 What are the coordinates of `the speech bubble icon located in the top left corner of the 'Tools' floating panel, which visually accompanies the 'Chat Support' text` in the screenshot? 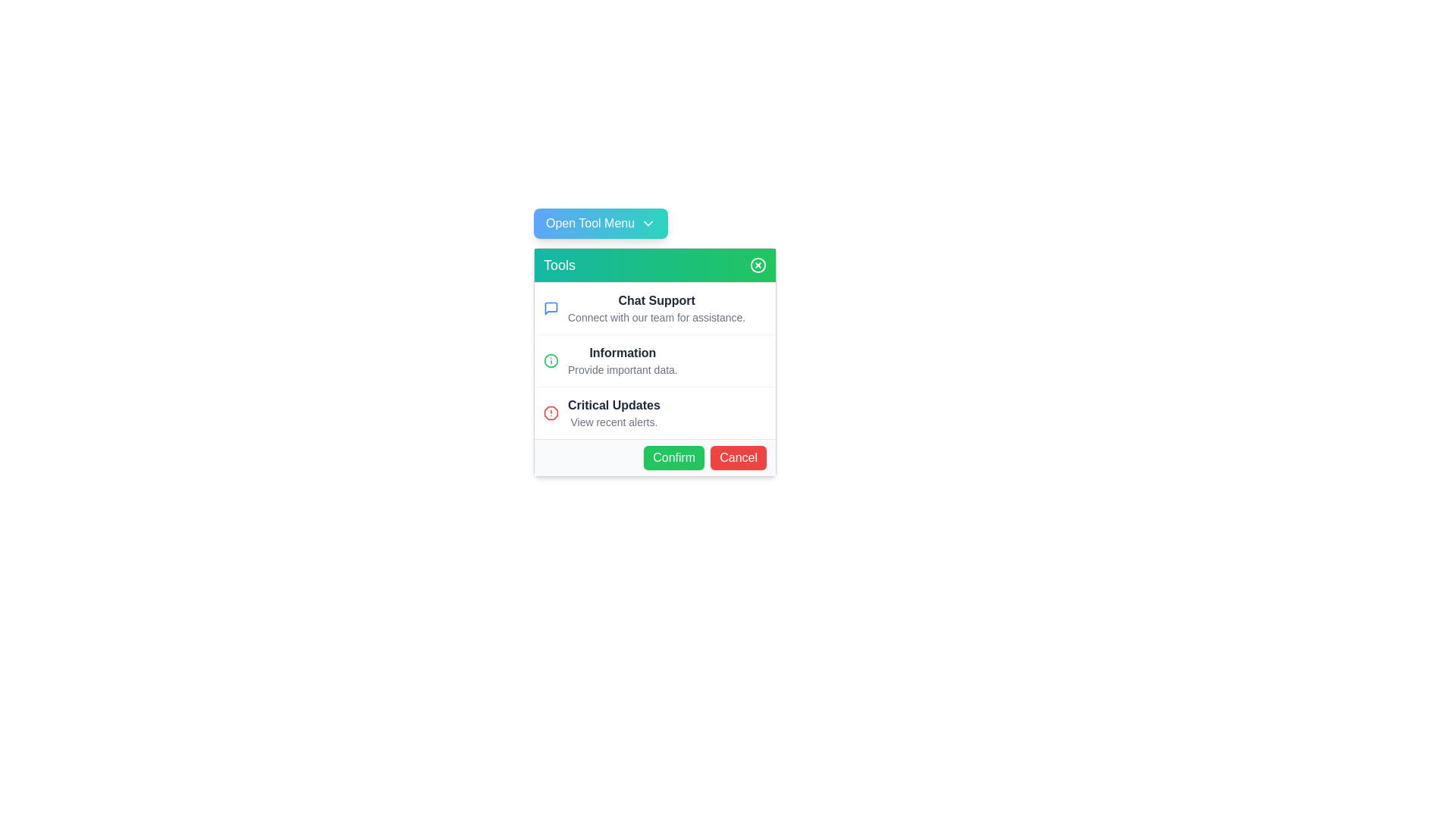 It's located at (550, 308).